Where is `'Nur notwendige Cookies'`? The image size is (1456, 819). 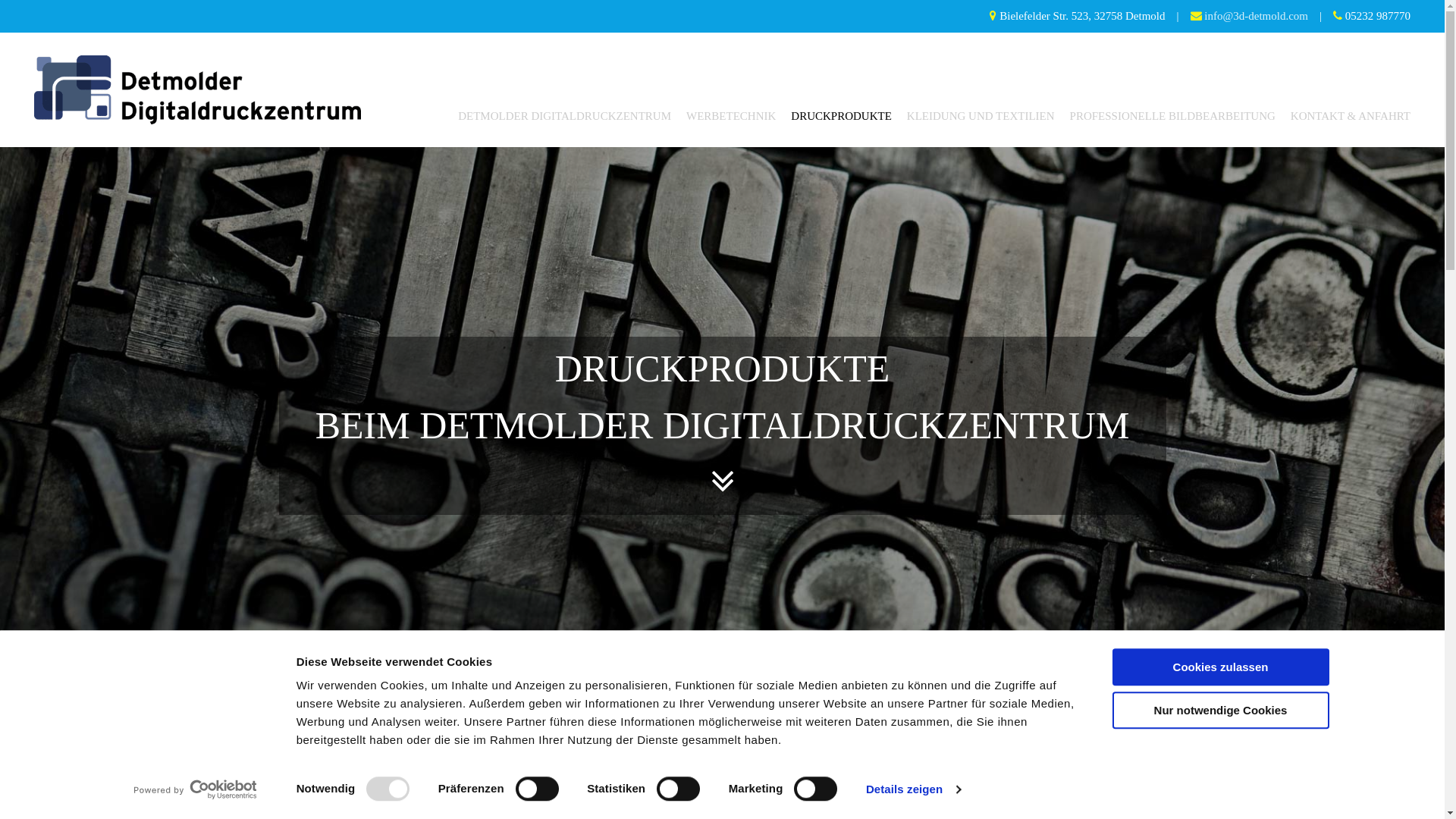
'Nur notwendige Cookies' is located at coordinates (1111, 710).